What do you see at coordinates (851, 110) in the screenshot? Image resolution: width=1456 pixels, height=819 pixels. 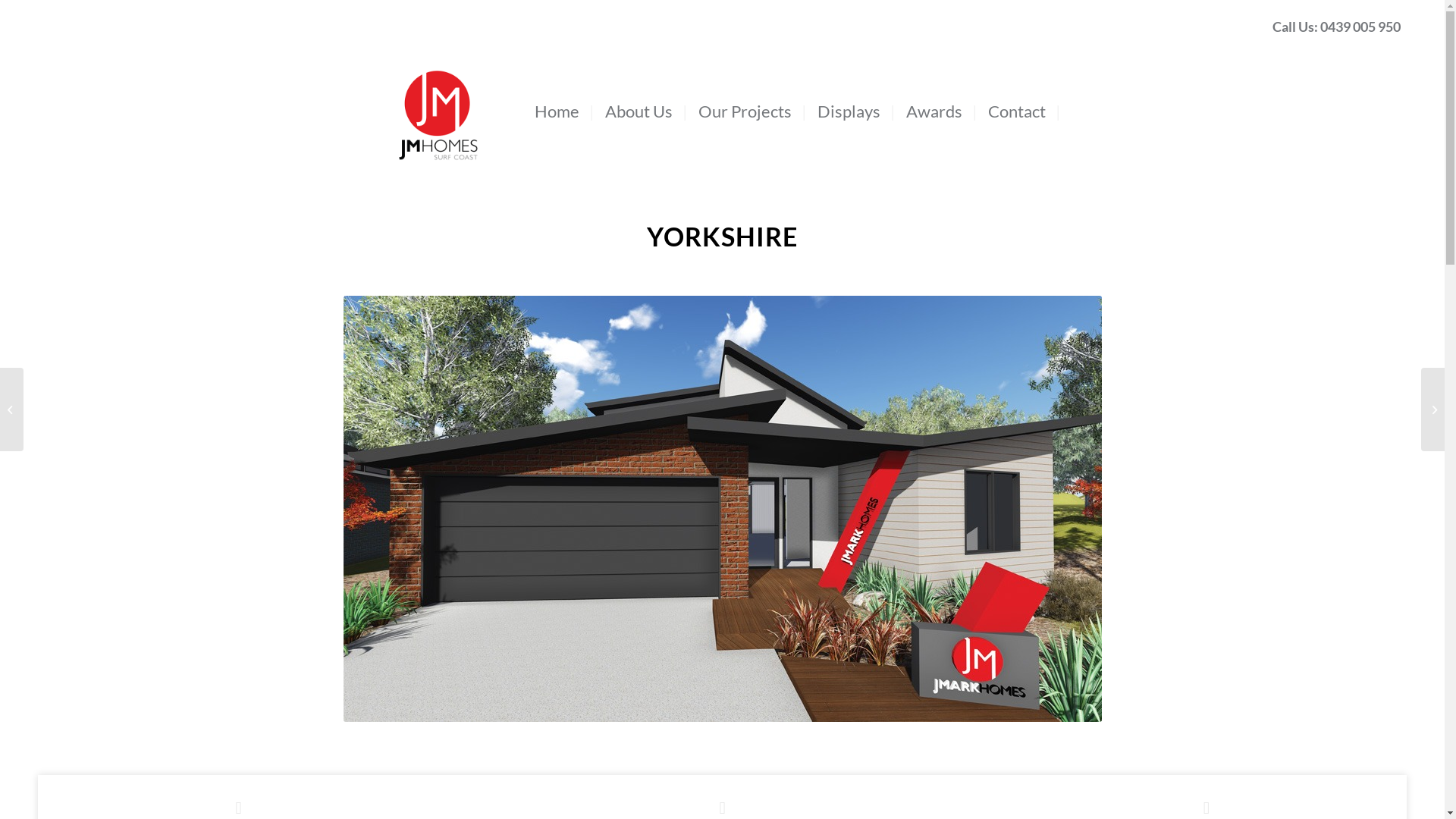 I see `'Displays'` at bounding box center [851, 110].